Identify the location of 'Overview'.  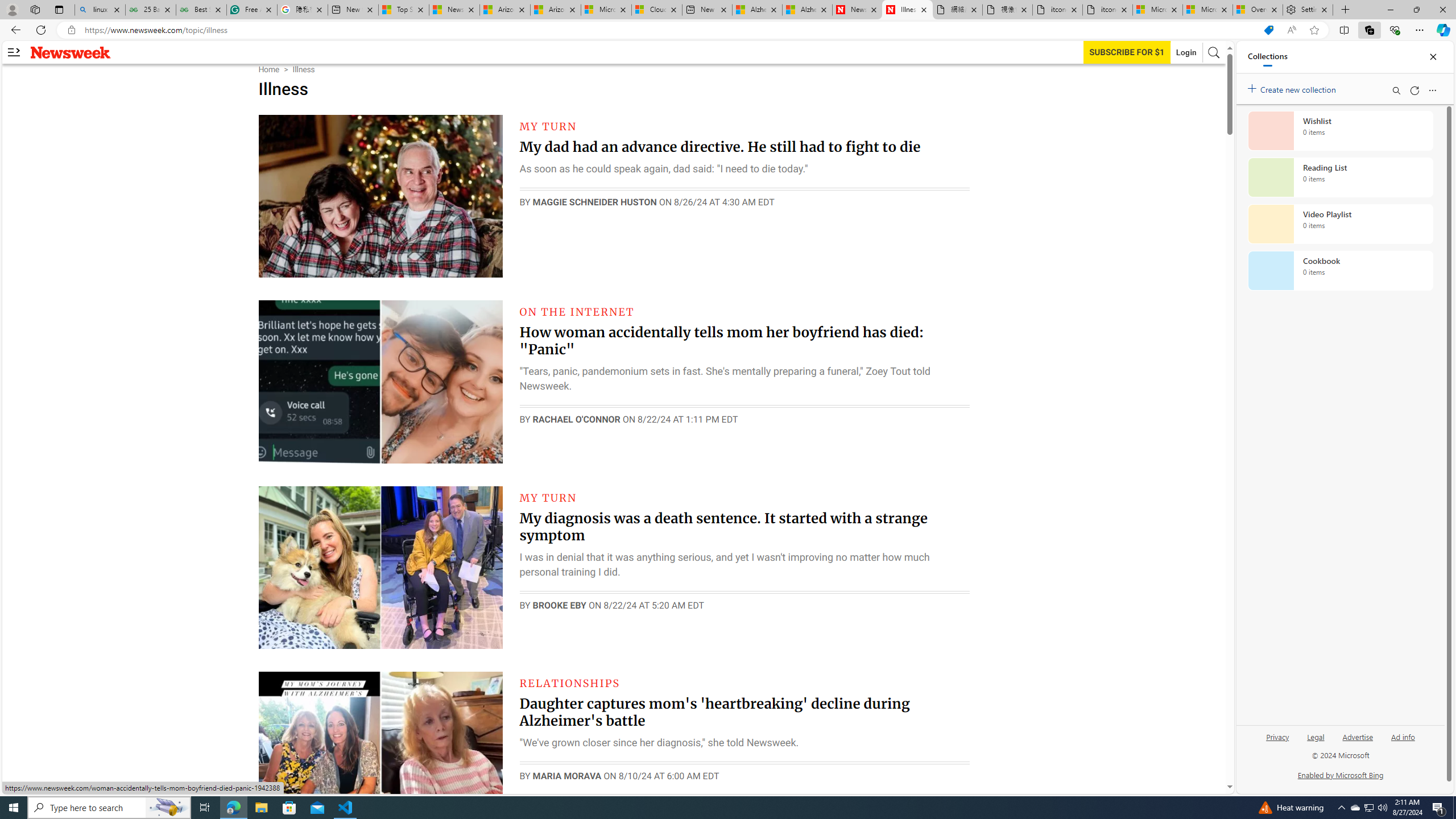
(1256, 9).